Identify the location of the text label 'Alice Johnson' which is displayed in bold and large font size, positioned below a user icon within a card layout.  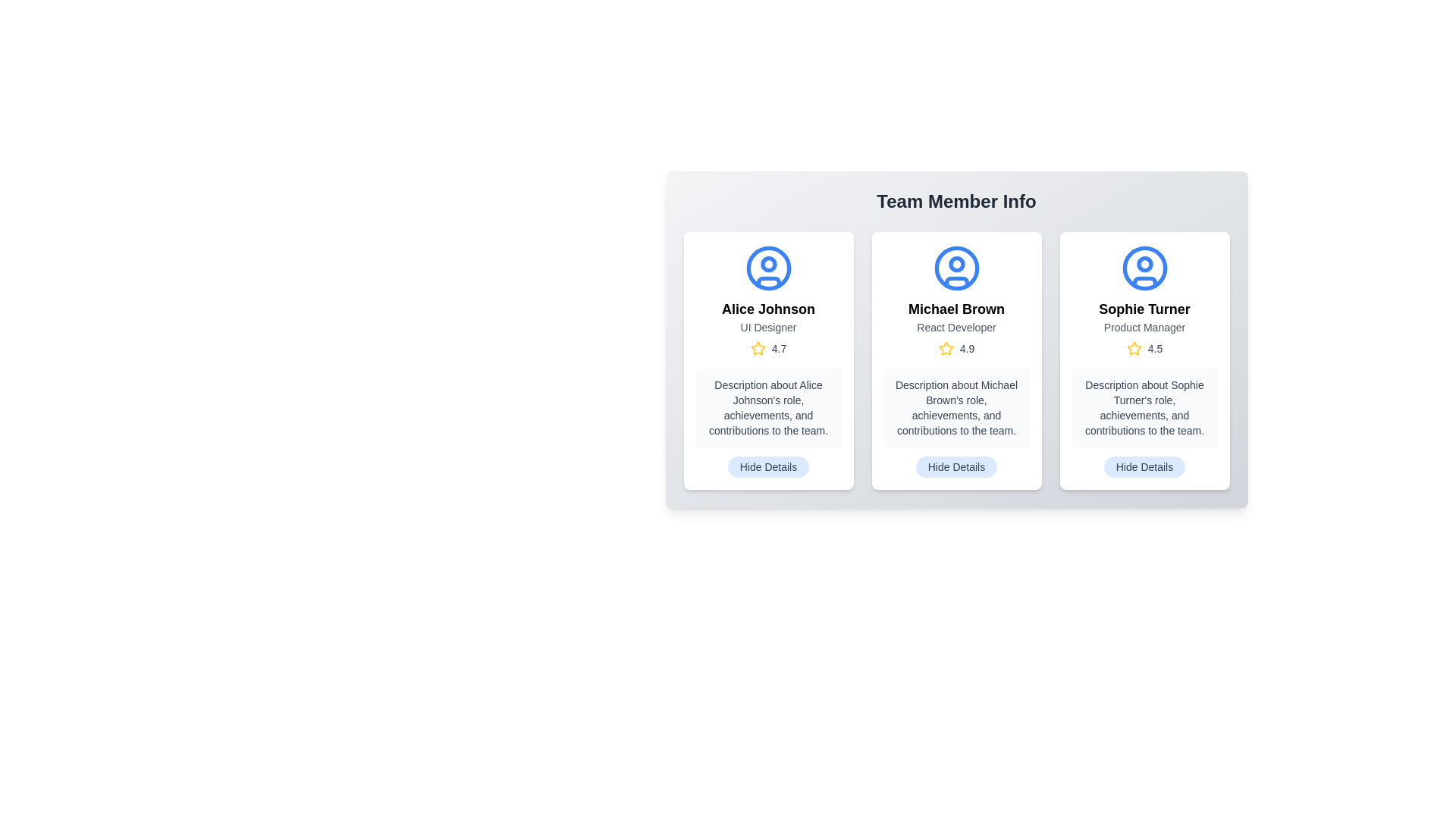
(768, 309).